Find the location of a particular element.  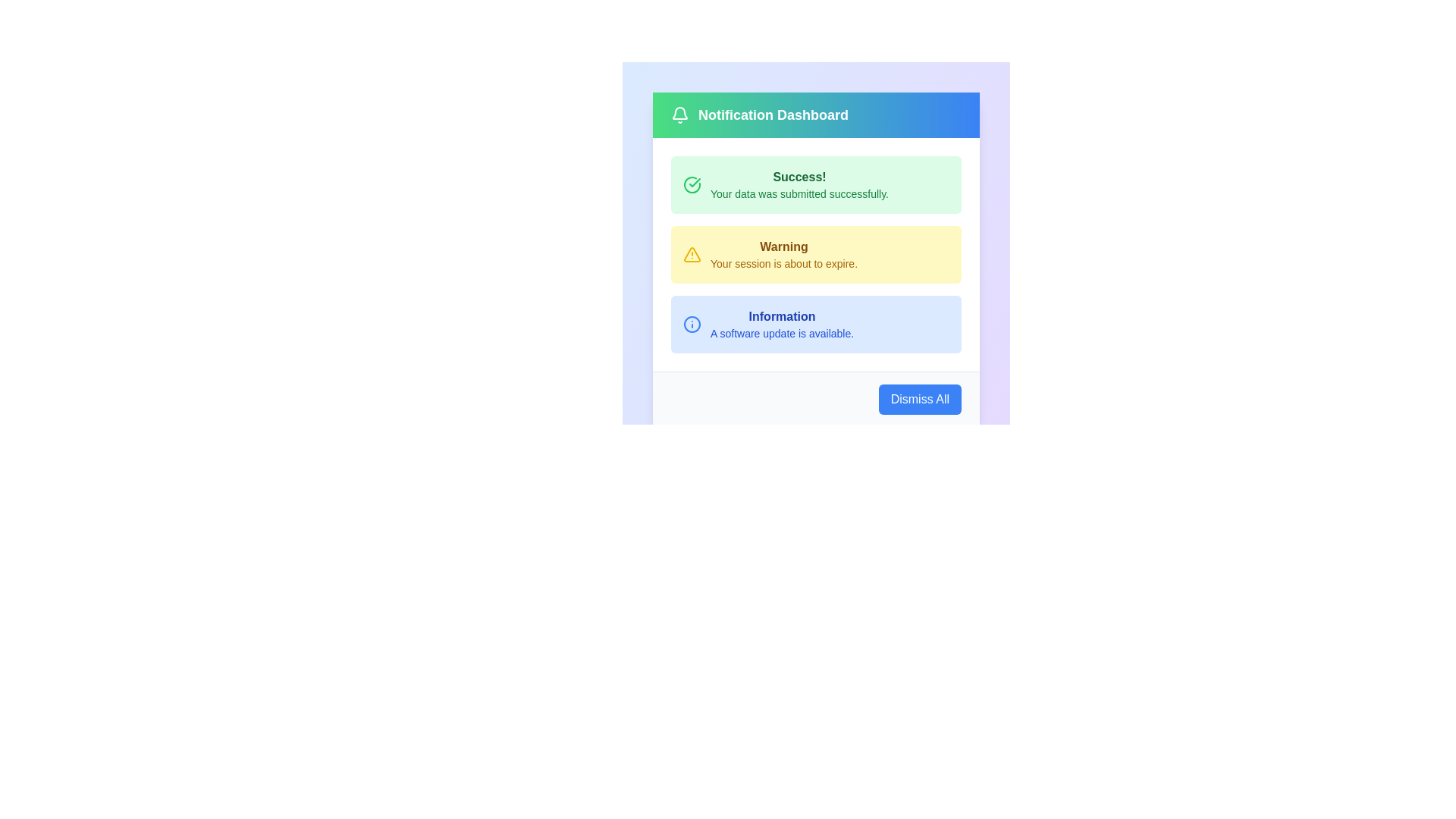

the Text Label that alerts users about session expiration, which is the second item in the notification list and is centered within a rounded yellowish notification module is located at coordinates (784, 253).